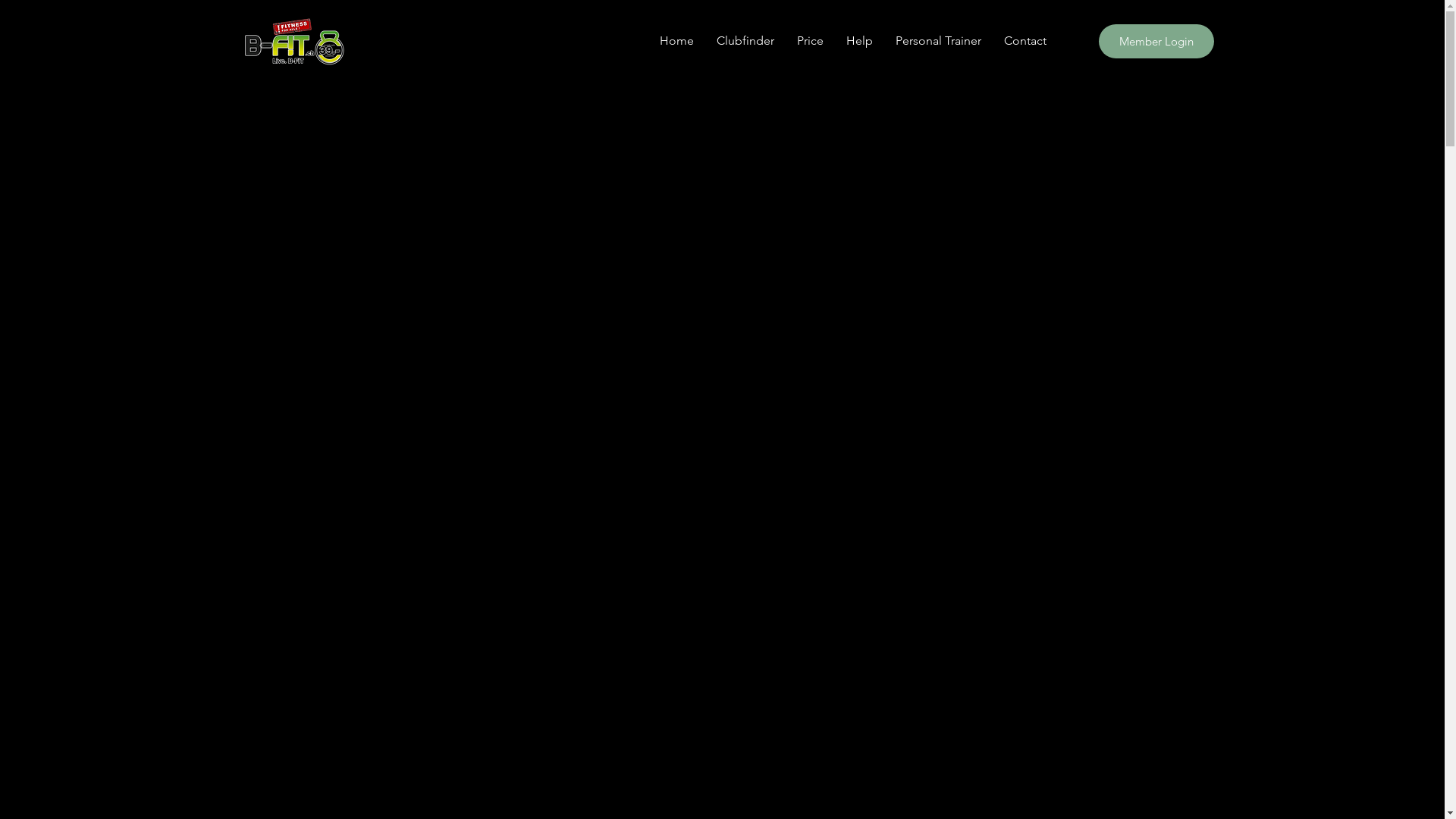 The image size is (1456, 819). What do you see at coordinates (992, 40) in the screenshot?
I see `'Contact'` at bounding box center [992, 40].